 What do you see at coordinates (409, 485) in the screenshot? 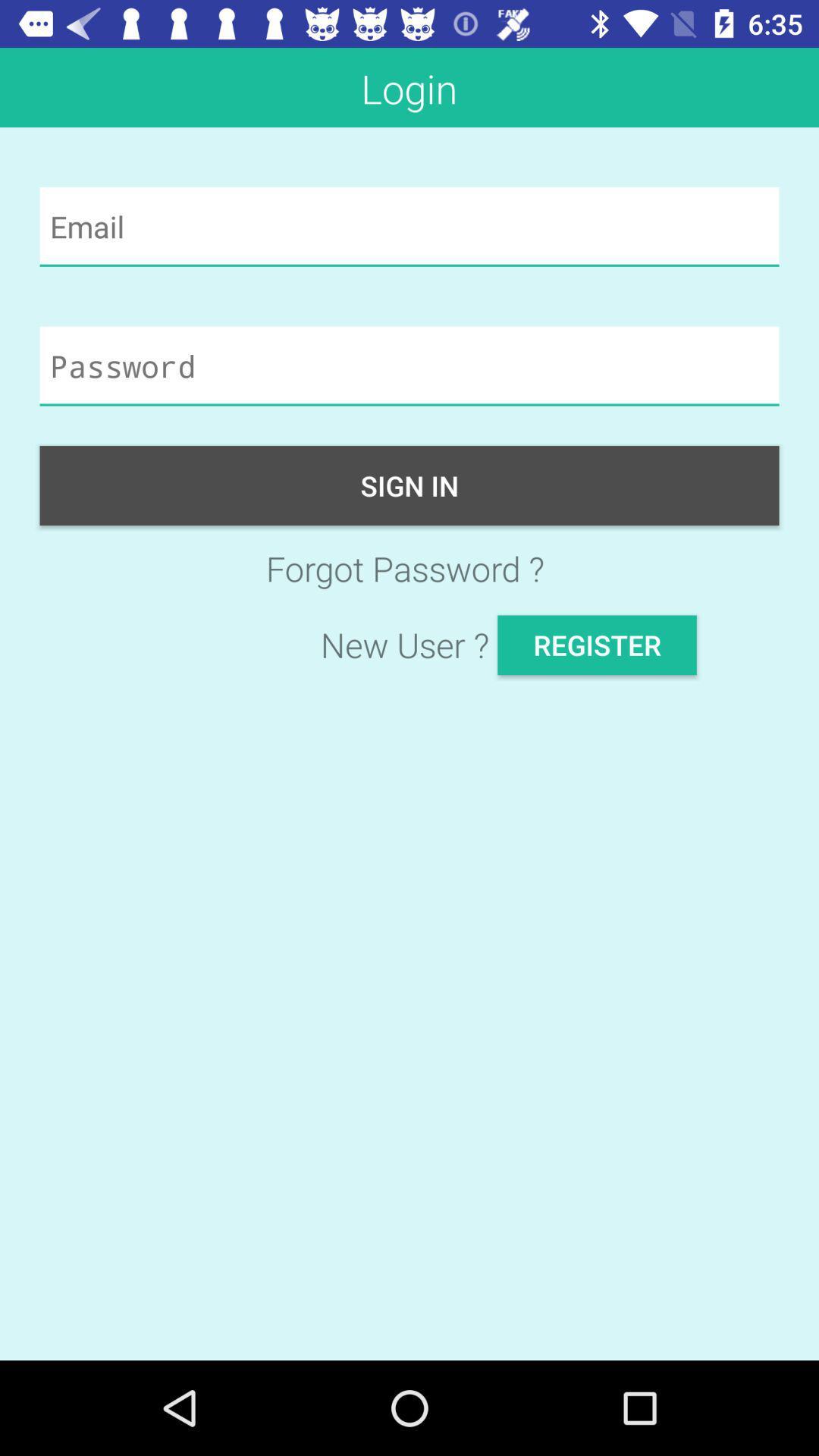
I see `item above forgot password ?  icon` at bounding box center [409, 485].